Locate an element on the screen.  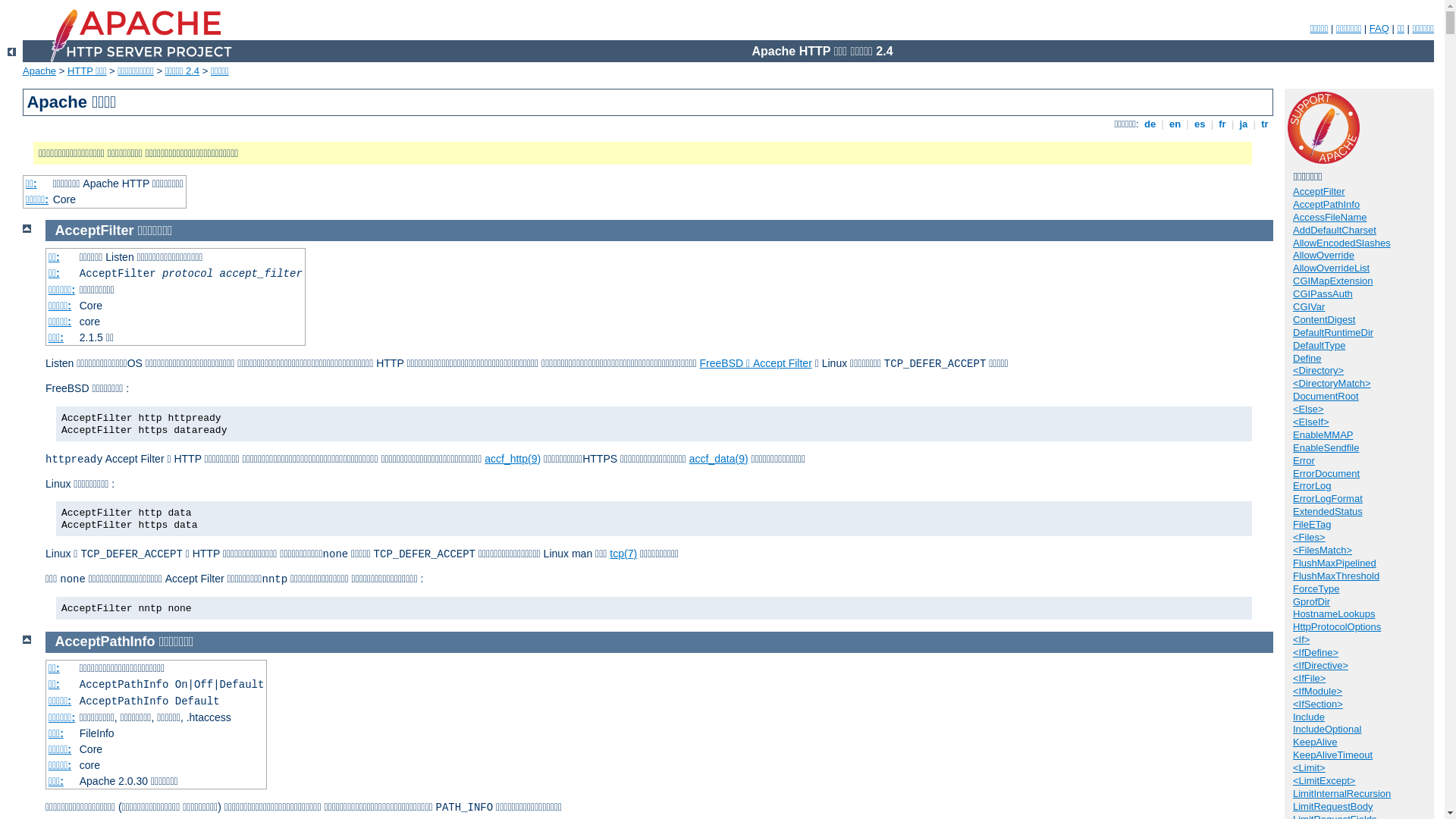
'LimitInternalRecursion' is located at coordinates (1291, 792).